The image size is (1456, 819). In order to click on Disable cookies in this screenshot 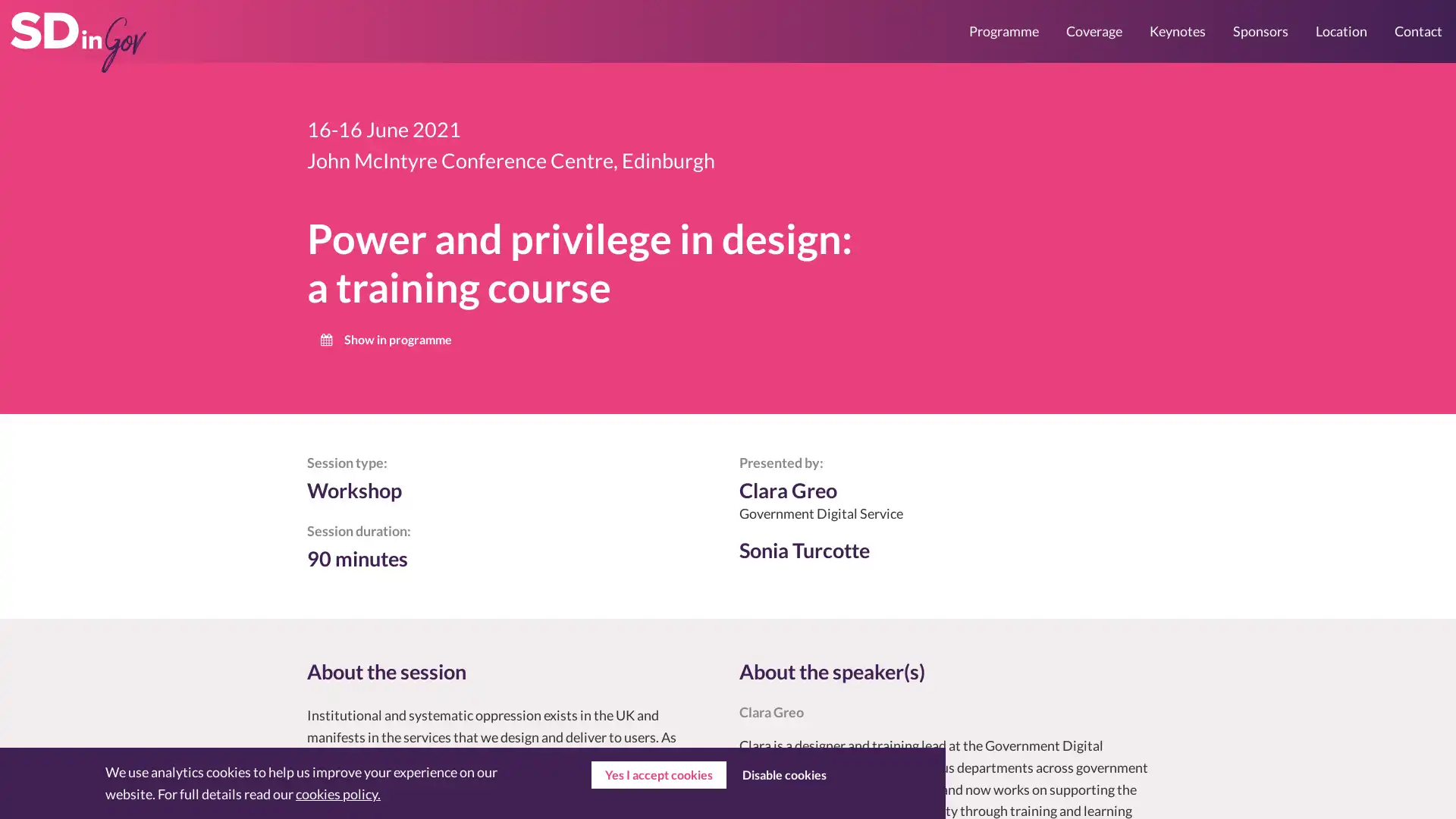, I will do `click(783, 775)`.